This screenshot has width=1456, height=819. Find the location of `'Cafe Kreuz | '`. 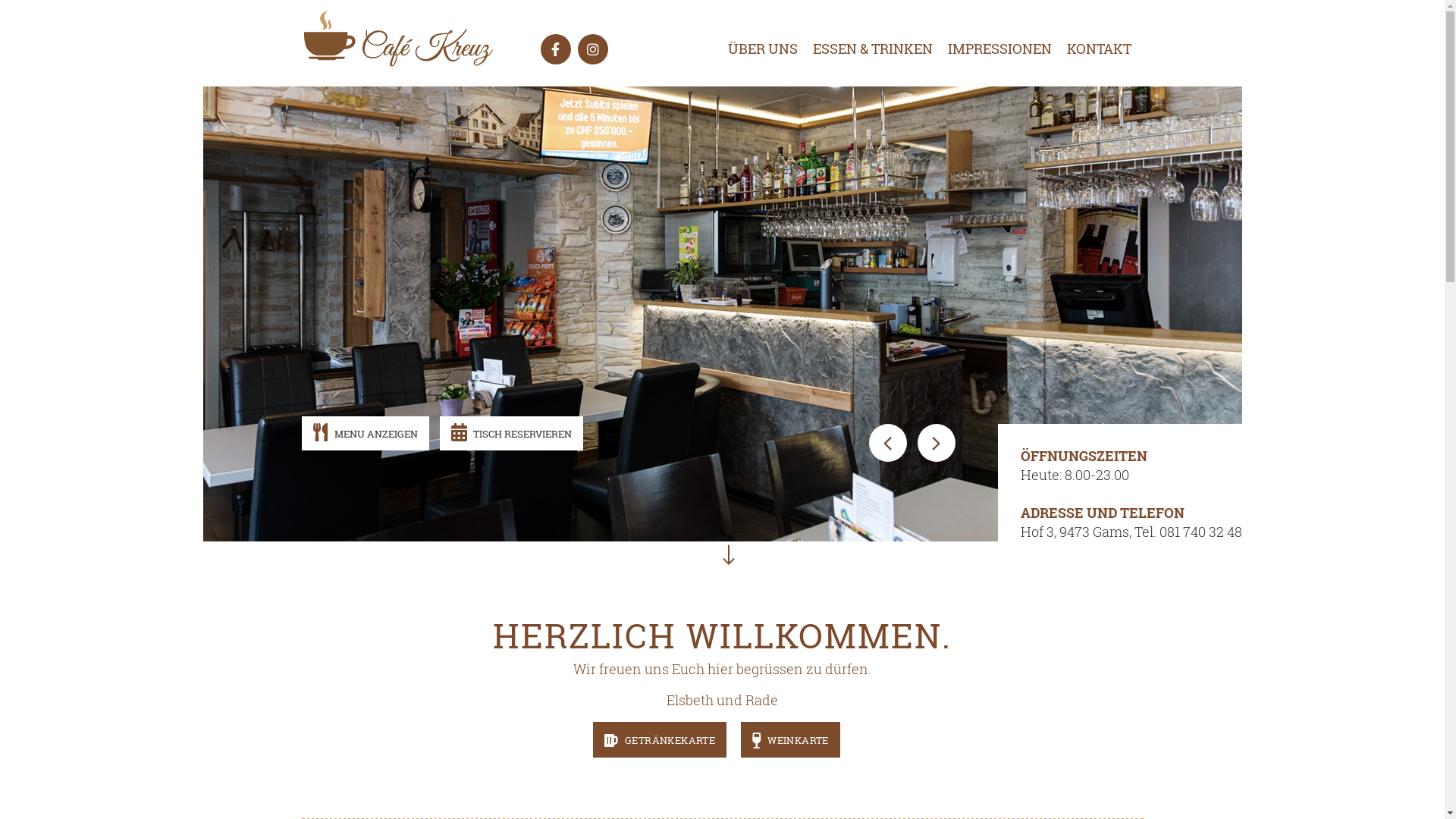

'Cafe Kreuz | ' is located at coordinates (398, 37).